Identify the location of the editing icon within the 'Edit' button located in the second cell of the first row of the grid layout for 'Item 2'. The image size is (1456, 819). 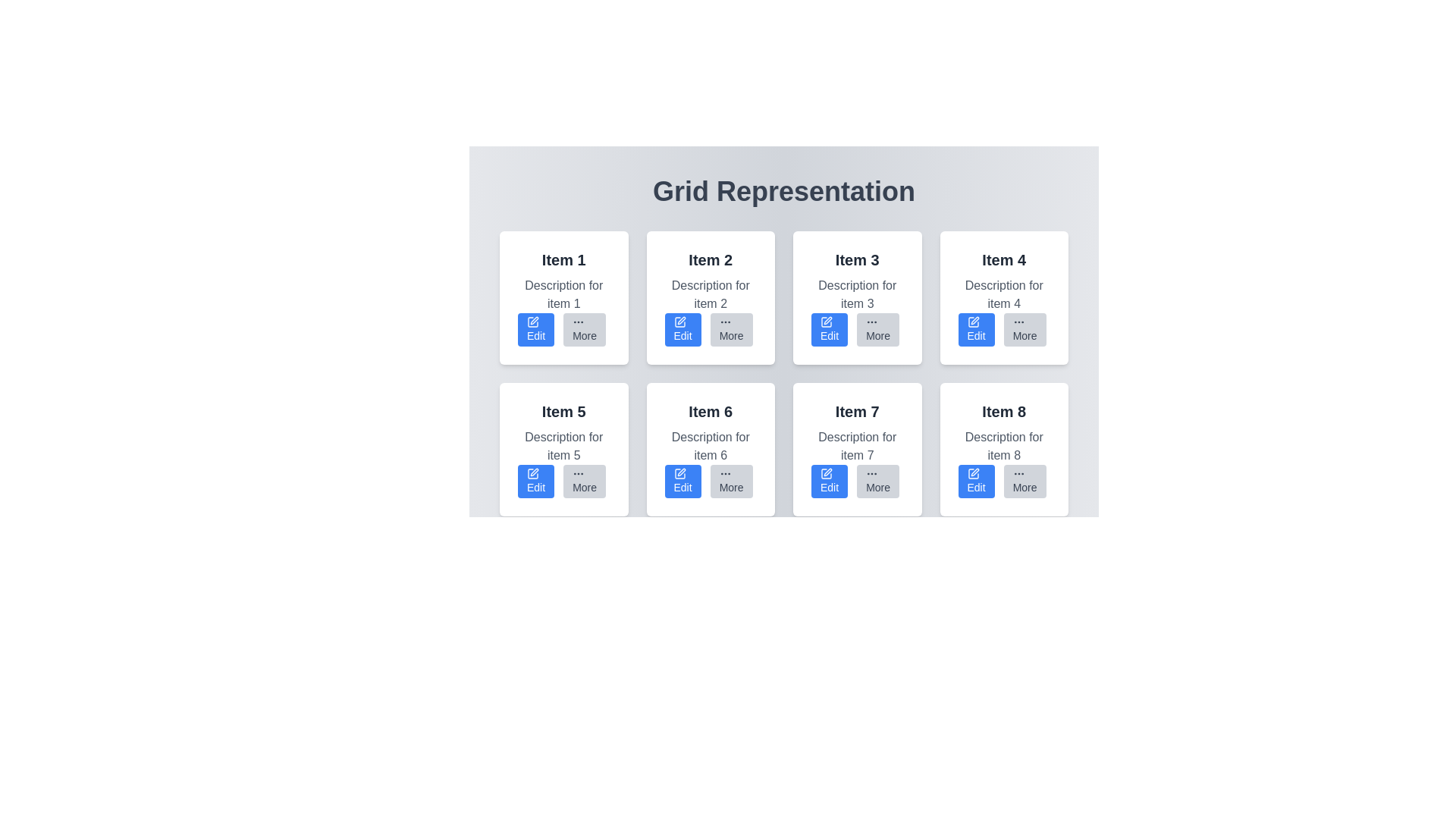
(679, 320).